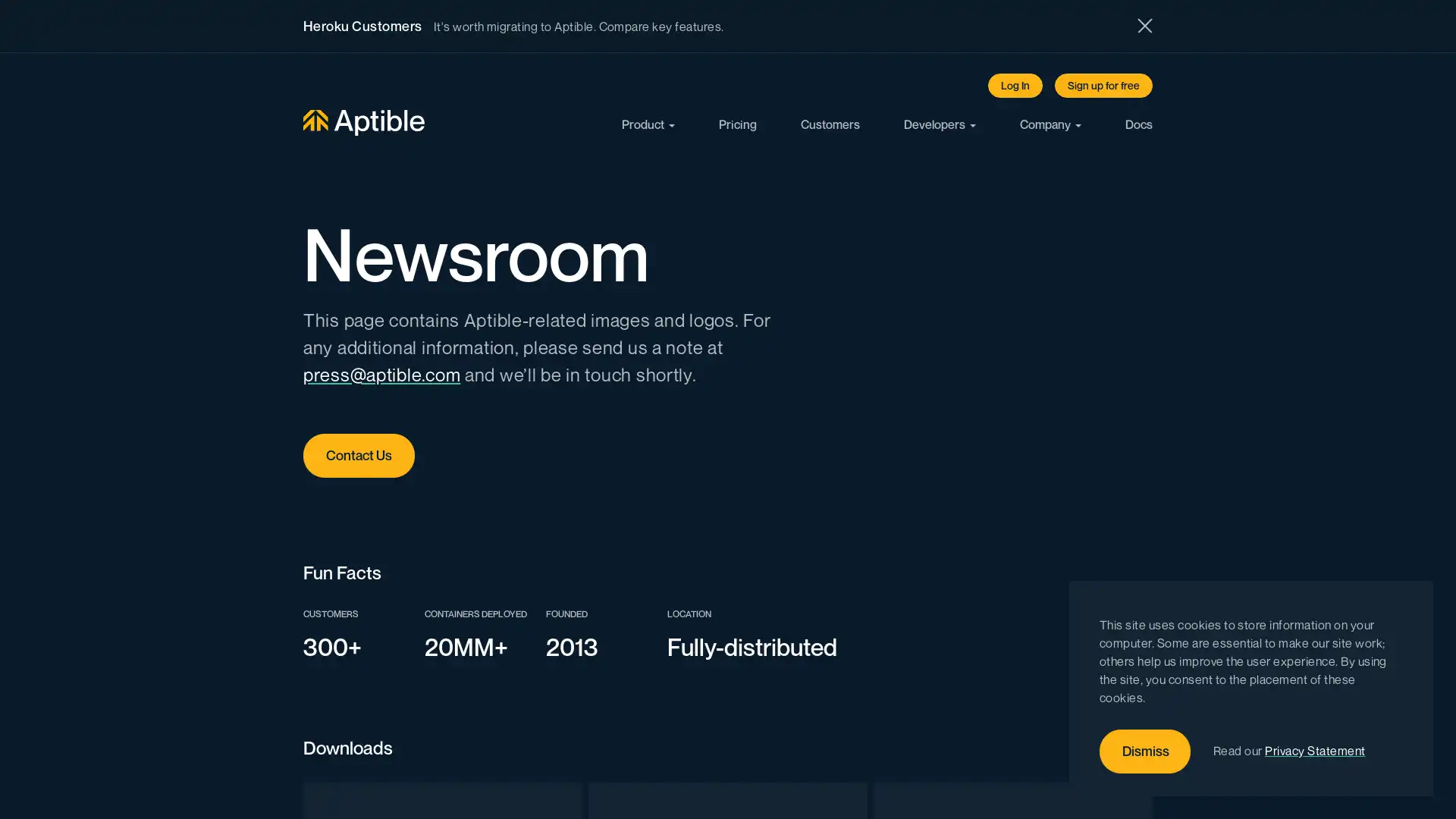  Describe the element at coordinates (1103, 85) in the screenshot. I see `Sign up for free` at that location.